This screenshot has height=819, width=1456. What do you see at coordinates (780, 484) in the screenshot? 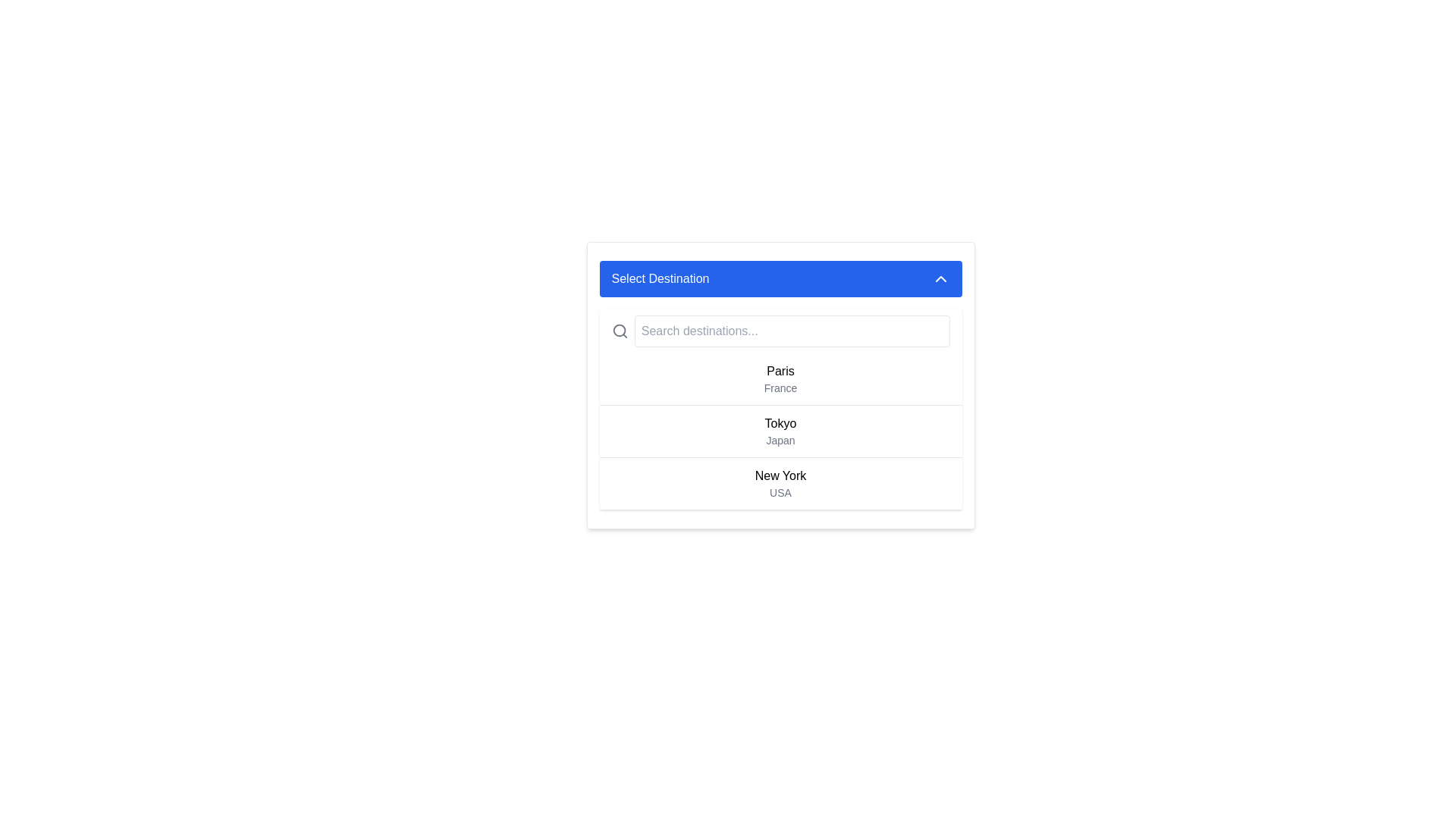
I see `the list item displaying 'New York' in bold text within the dropdown interface` at bounding box center [780, 484].